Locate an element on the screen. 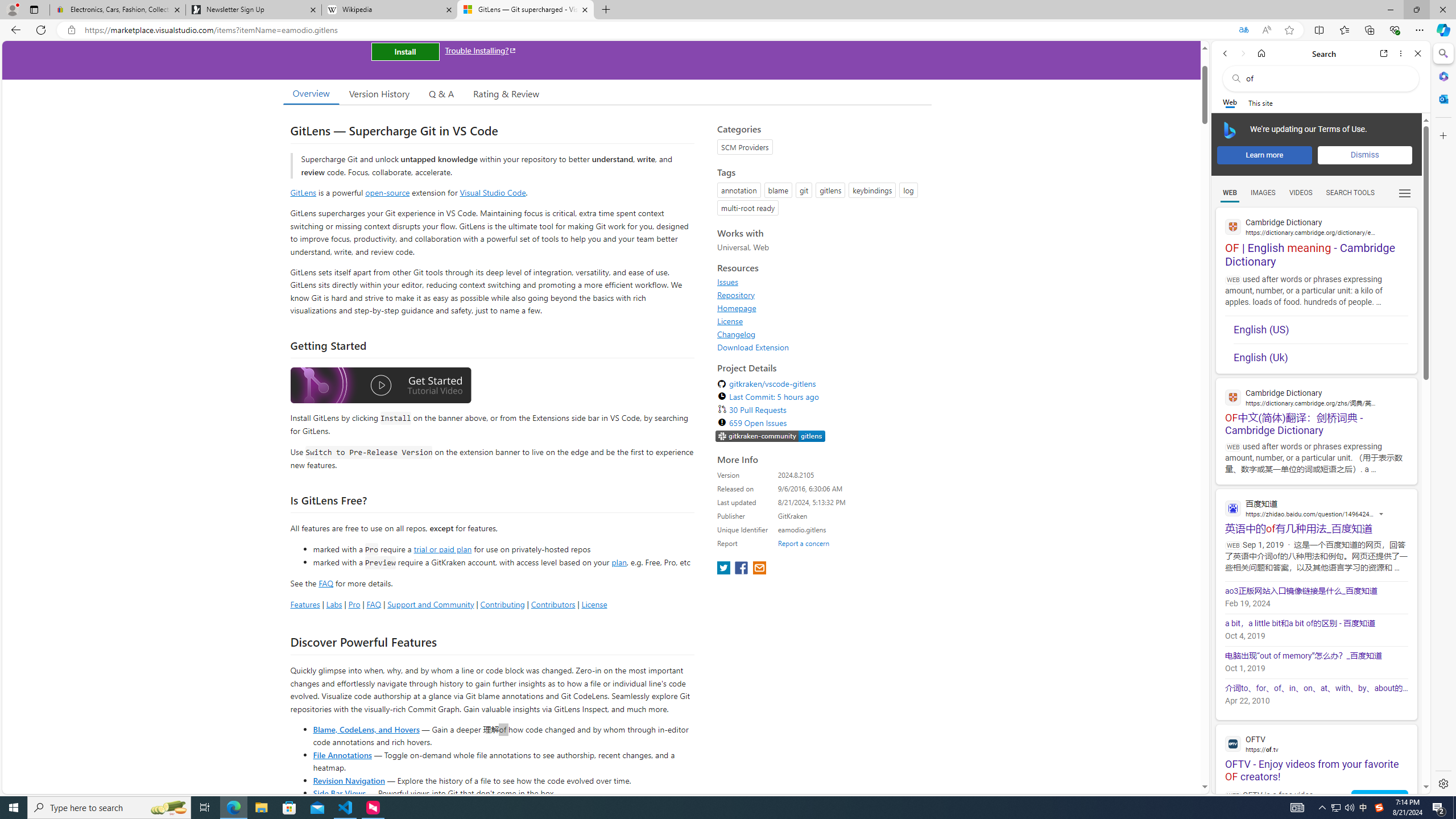 The height and width of the screenshot is (819, 1456). 'Contributors' is located at coordinates (552, 603).